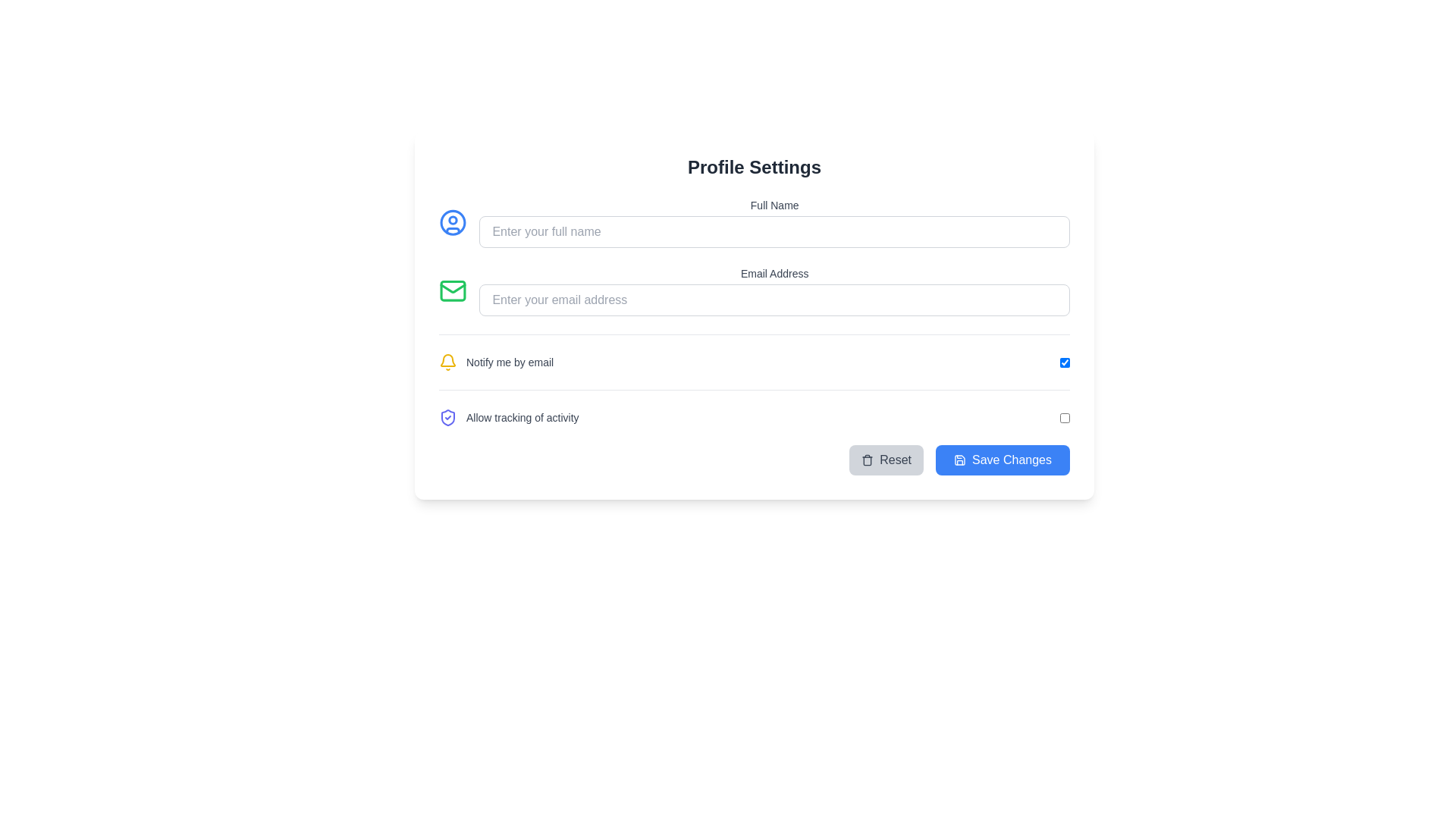 The width and height of the screenshot is (1456, 819). What do you see at coordinates (959, 459) in the screenshot?
I see `the save icon located within the 'Save Changes' blue button in the lower-right corner of the layout` at bounding box center [959, 459].